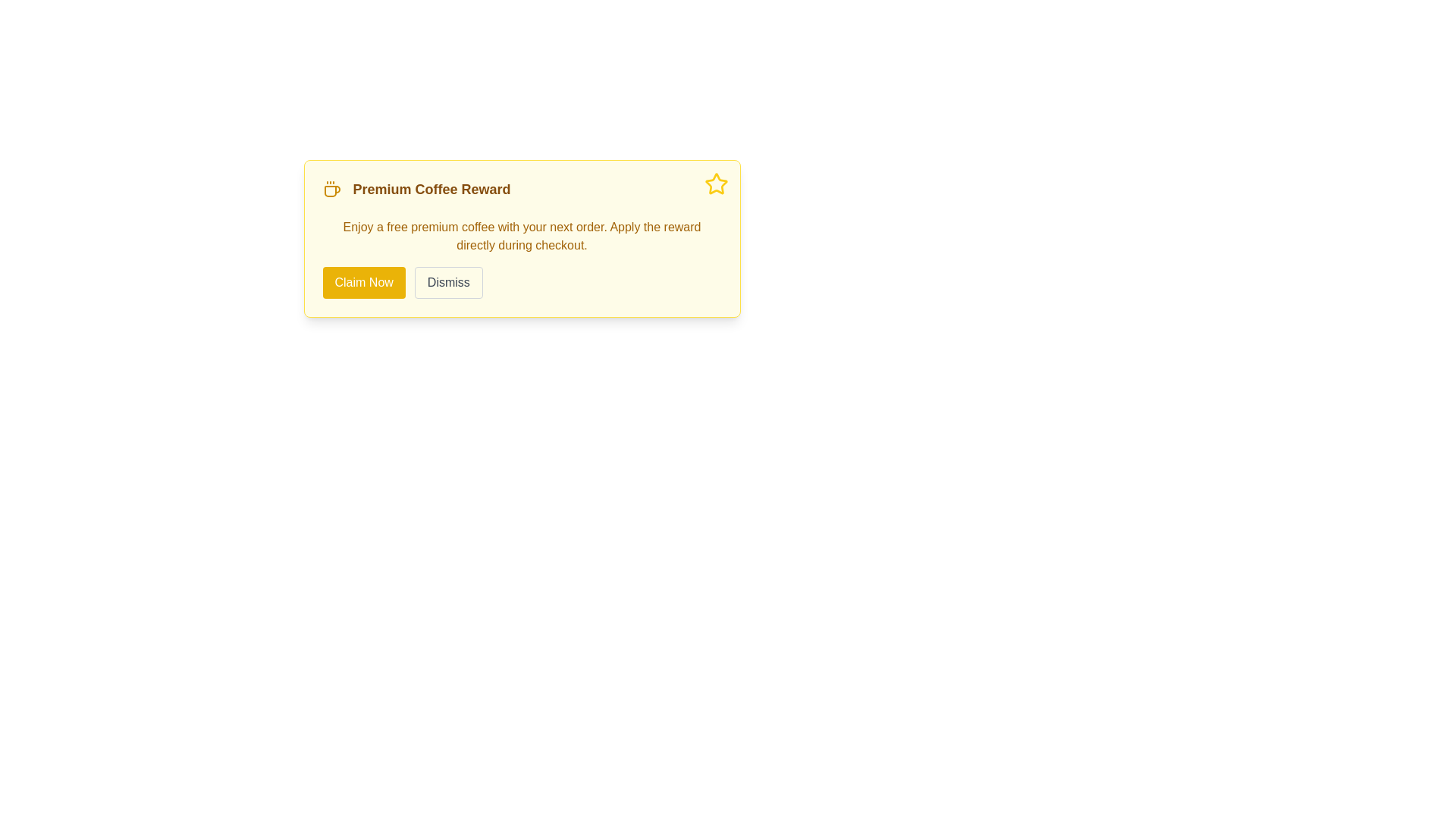  What do you see at coordinates (522, 237) in the screenshot?
I see `the descriptive text element that provides information about the 'Premium Coffee Reward', which is located in the middle section of the notification card, below the title and above the buttons` at bounding box center [522, 237].